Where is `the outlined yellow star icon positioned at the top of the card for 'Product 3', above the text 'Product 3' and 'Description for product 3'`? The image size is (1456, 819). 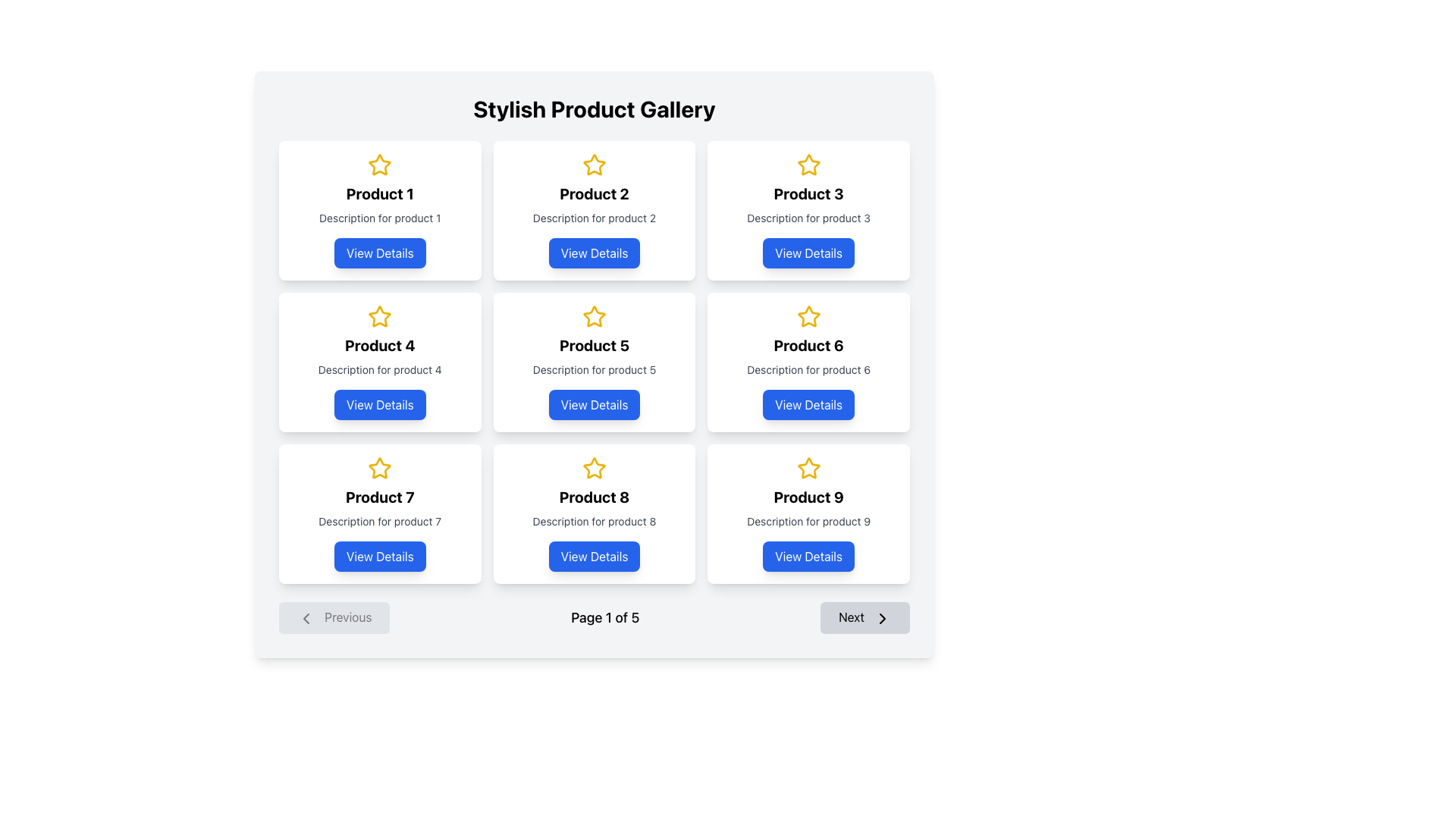
the outlined yellow star icon positioned at the top of the card for 'Product 3', above the text 'Product 3' and 'Description for product 3' is located at coordinates (808, 165).